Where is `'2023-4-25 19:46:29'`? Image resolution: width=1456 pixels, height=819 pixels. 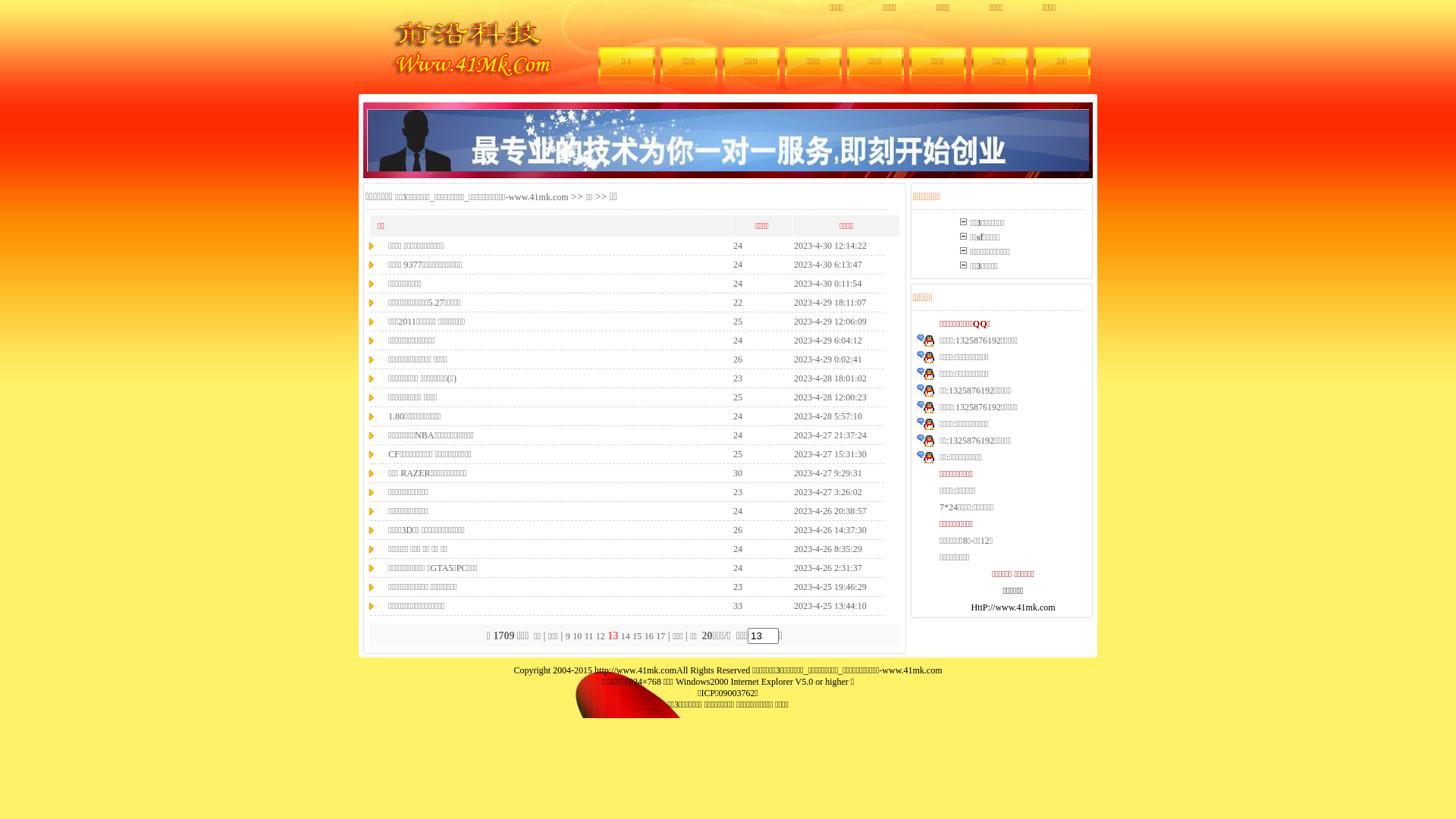
'2023-4-25 19:46:29' is located at coordinates (829, 585).